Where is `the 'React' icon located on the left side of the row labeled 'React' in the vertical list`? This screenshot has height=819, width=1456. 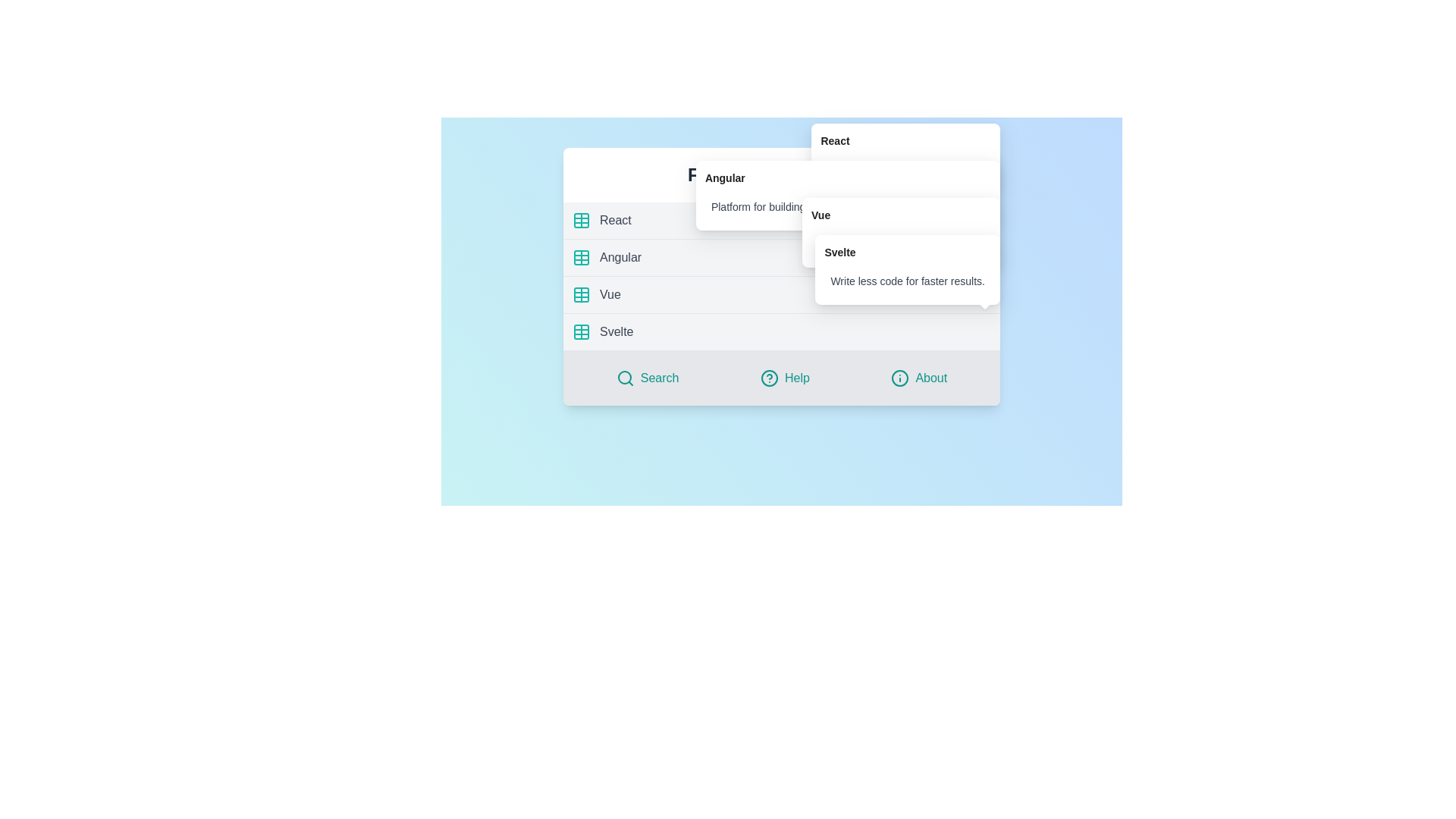
the 'React' icon located on the left side of the row labeled 'React' in the vertical list is located at coordinates (581, 220).